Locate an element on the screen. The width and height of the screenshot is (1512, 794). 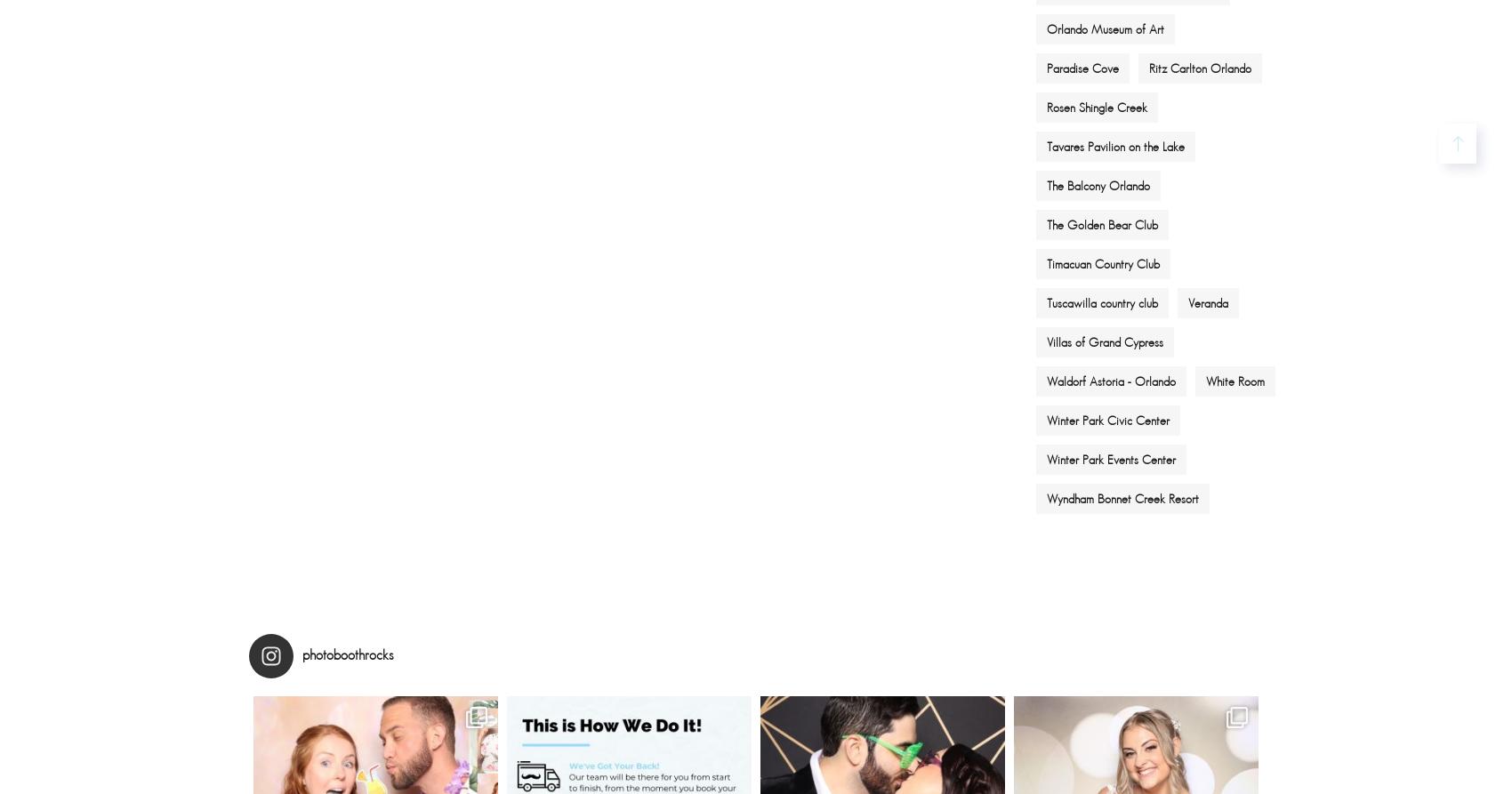
'Rosen Shingle Creek' is located at coordinates (1046, 107).